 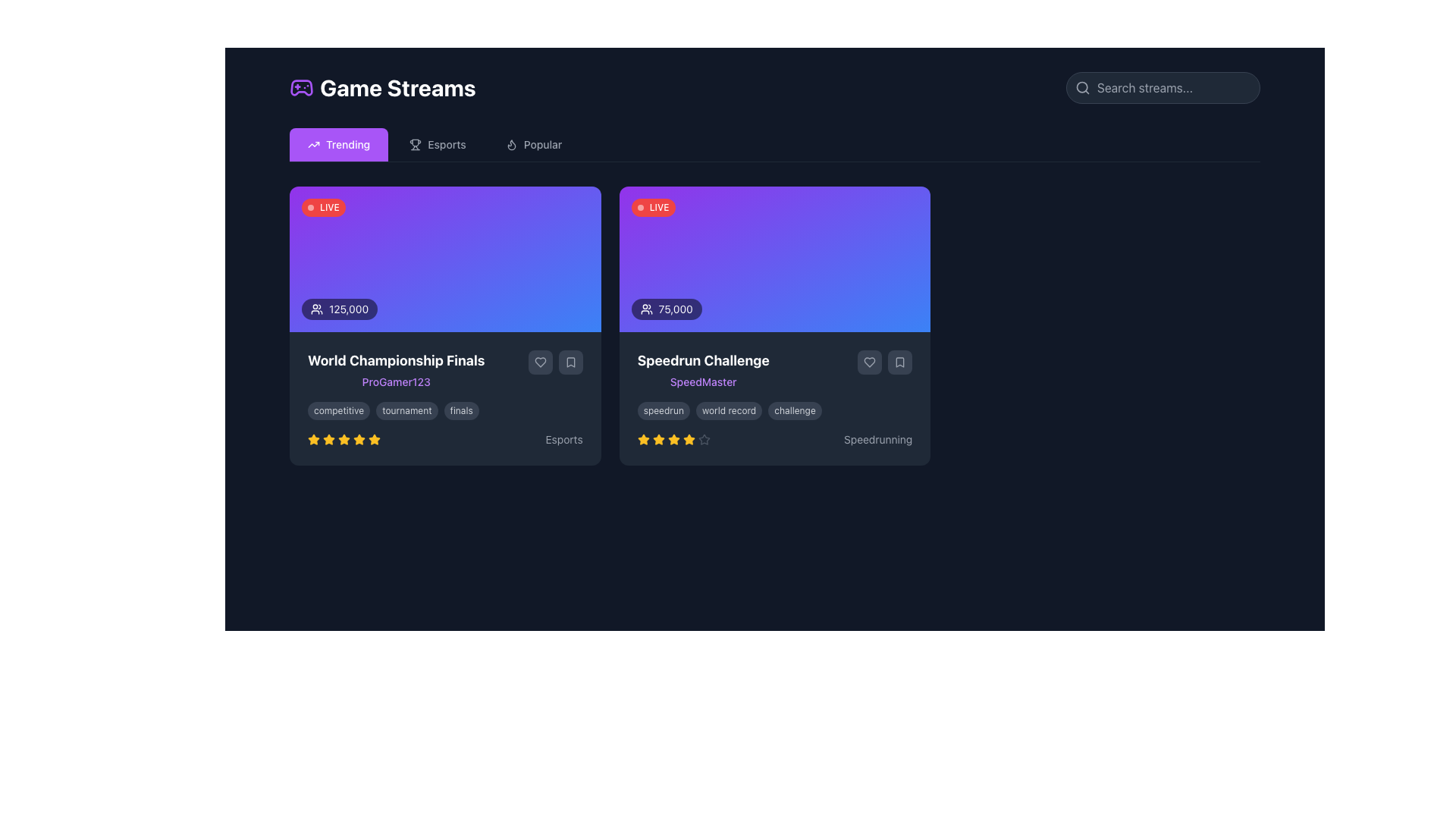 I want to click on displayed information from the text label element that serves as a title and subtitle for the content represented by the card, located in the central-right card of the second row, so click(x=702, y=370).